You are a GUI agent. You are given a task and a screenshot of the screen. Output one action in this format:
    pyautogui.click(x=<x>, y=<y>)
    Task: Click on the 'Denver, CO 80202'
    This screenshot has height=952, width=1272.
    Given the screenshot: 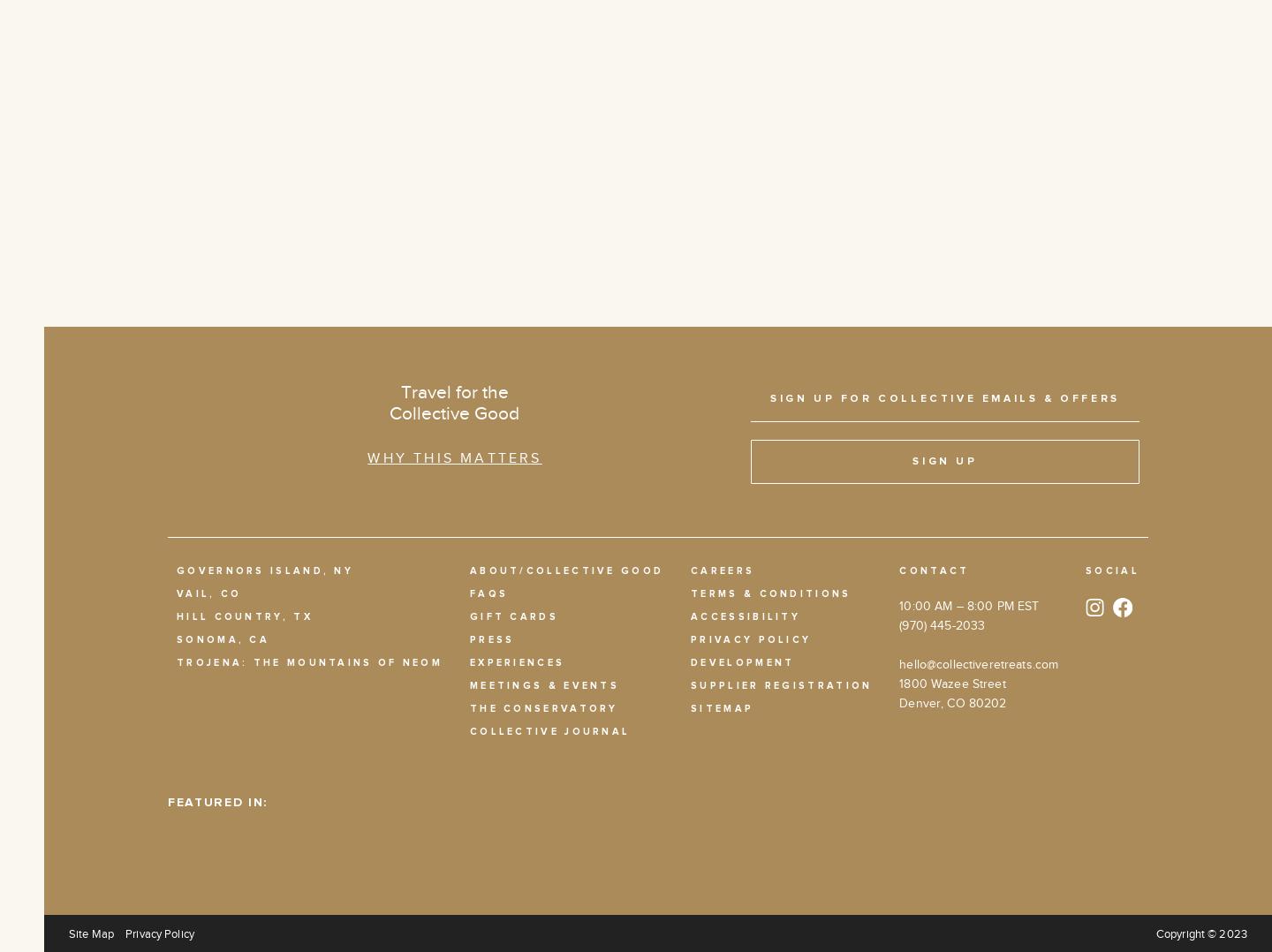 What is the action you would take?
    pyautogui.click(x=952, y=701)
    